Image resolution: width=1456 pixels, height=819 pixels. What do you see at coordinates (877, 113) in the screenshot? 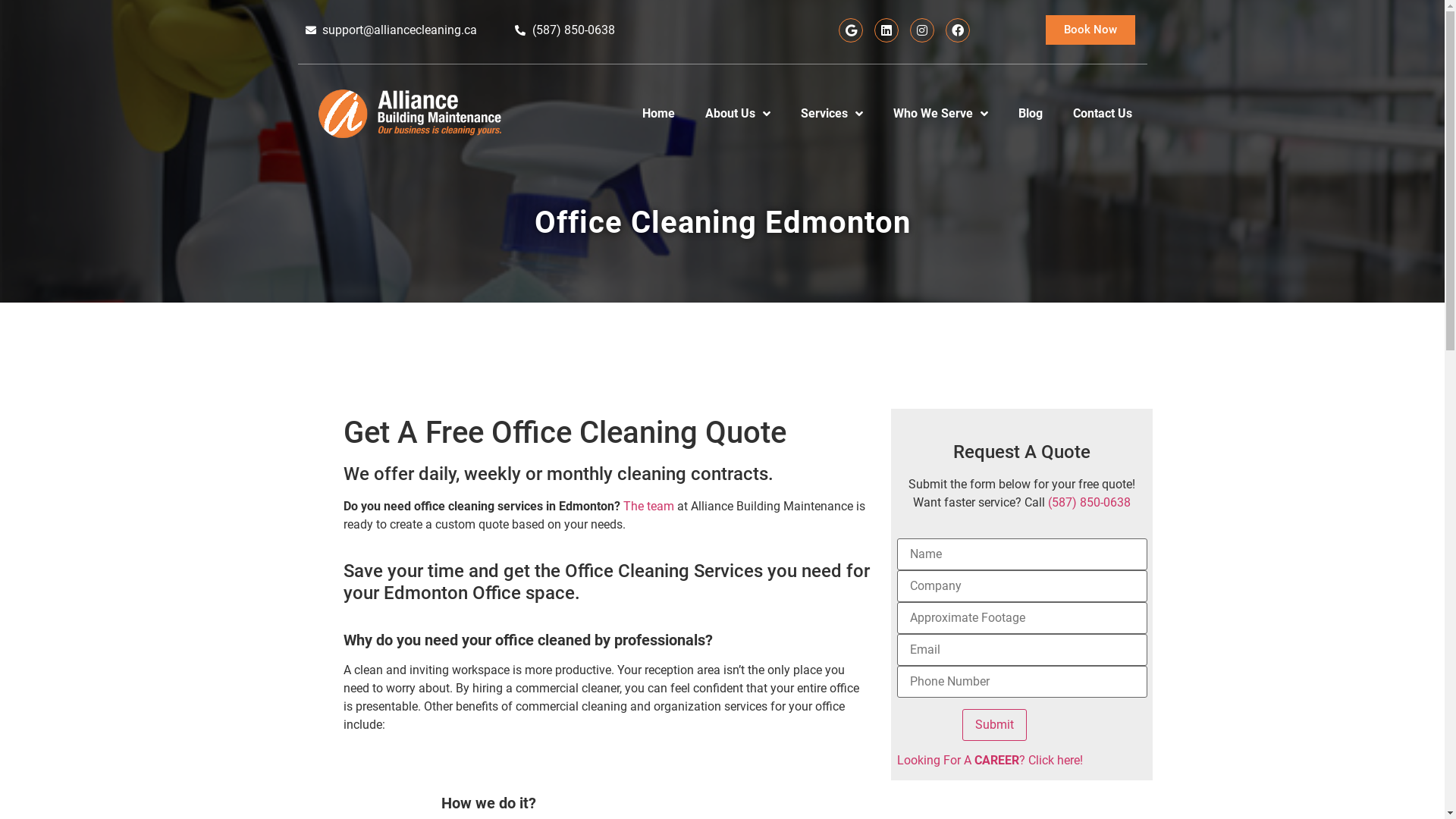
I see `'Who We Serve'` at bounding box center [877, 113].